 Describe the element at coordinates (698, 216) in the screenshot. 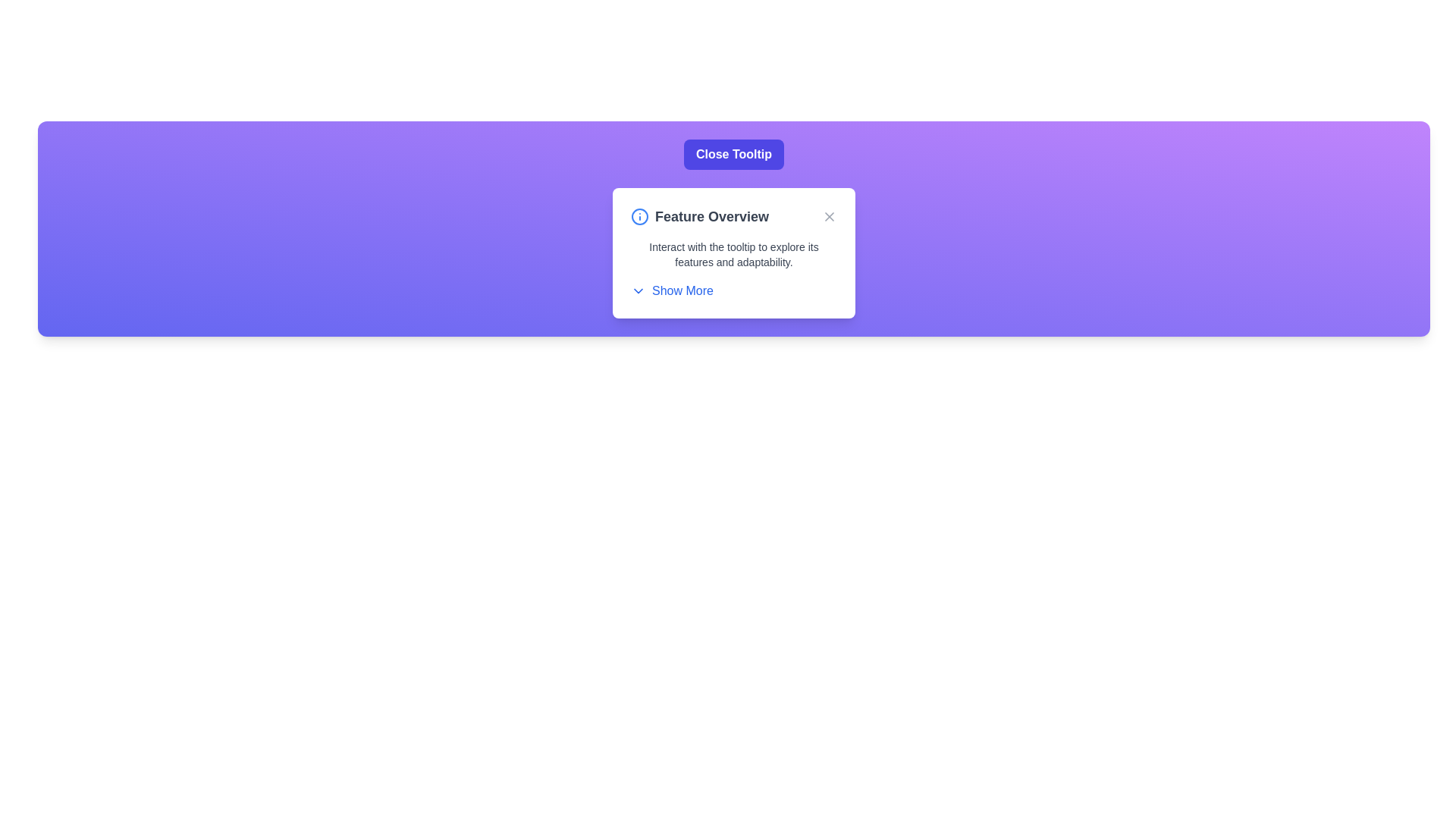

I see `text label 'Feature Overview' which is styled in bold and located at the upper-left part of the popup, next to an informational icon` at that location.